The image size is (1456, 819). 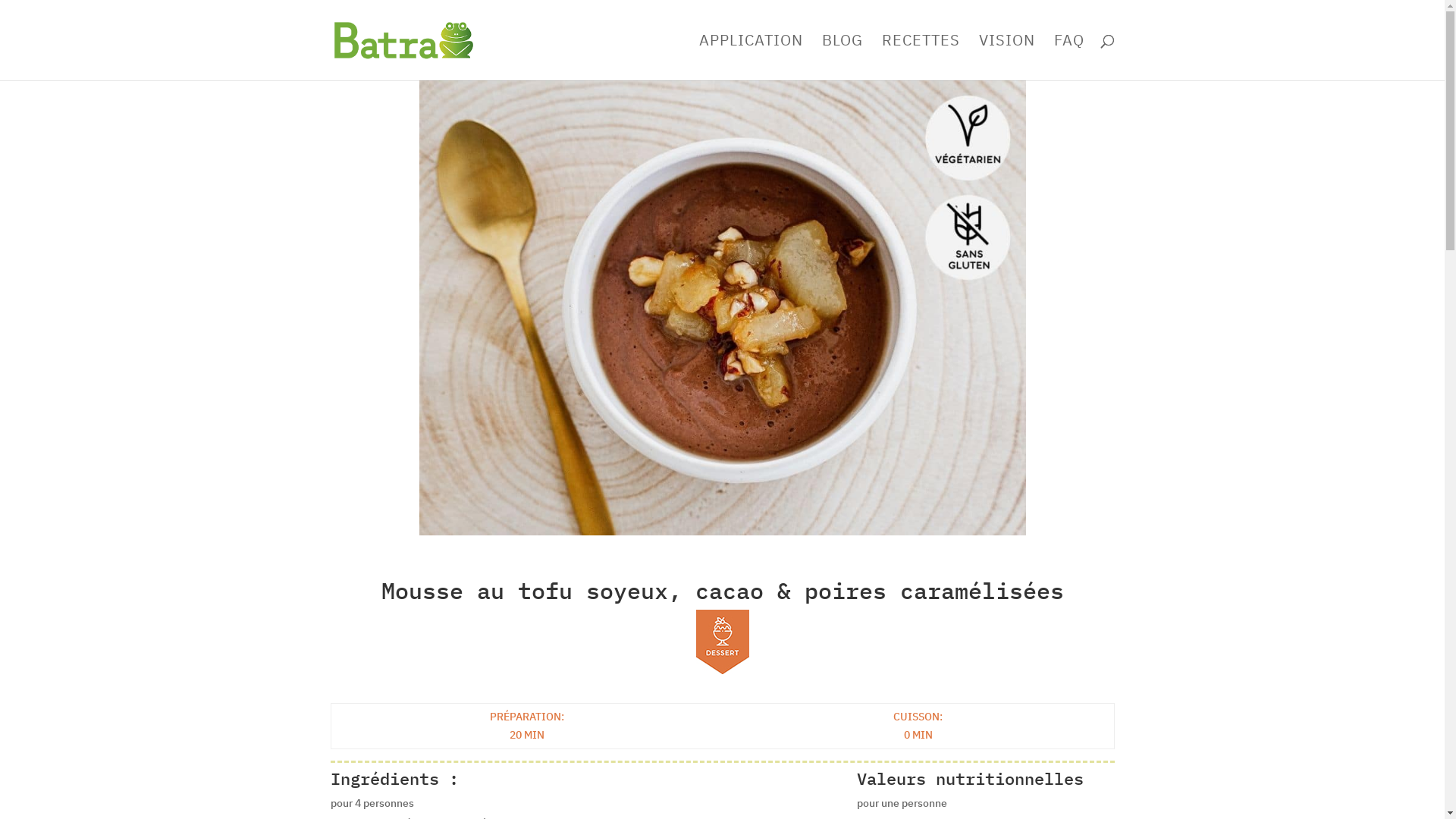 What do you see at coordinates (841, 57) in the screenshot?
I see `'BLOG'` at bounding box center [841, 57].